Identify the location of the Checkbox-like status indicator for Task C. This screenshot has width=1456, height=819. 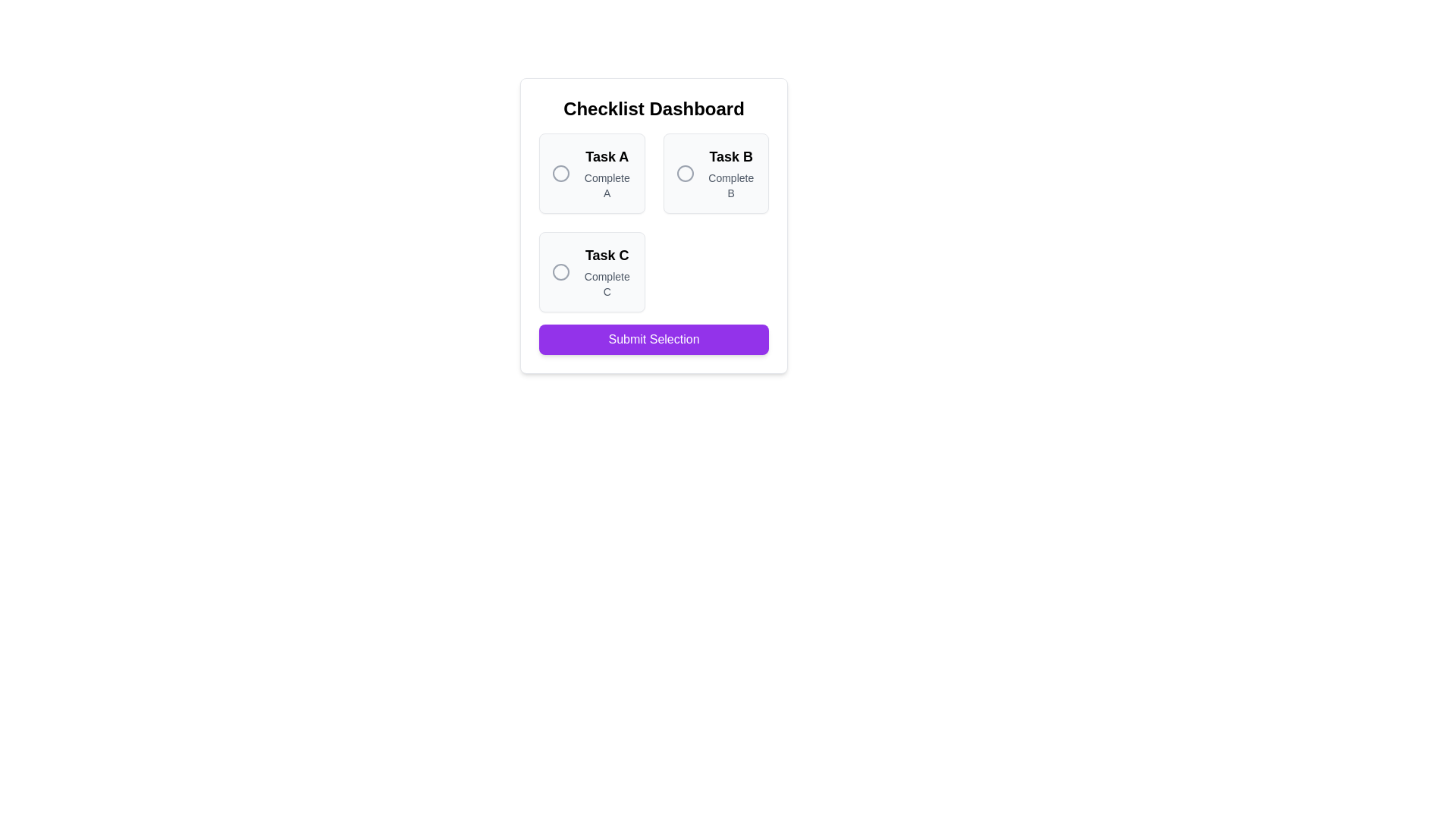
(560, 271).